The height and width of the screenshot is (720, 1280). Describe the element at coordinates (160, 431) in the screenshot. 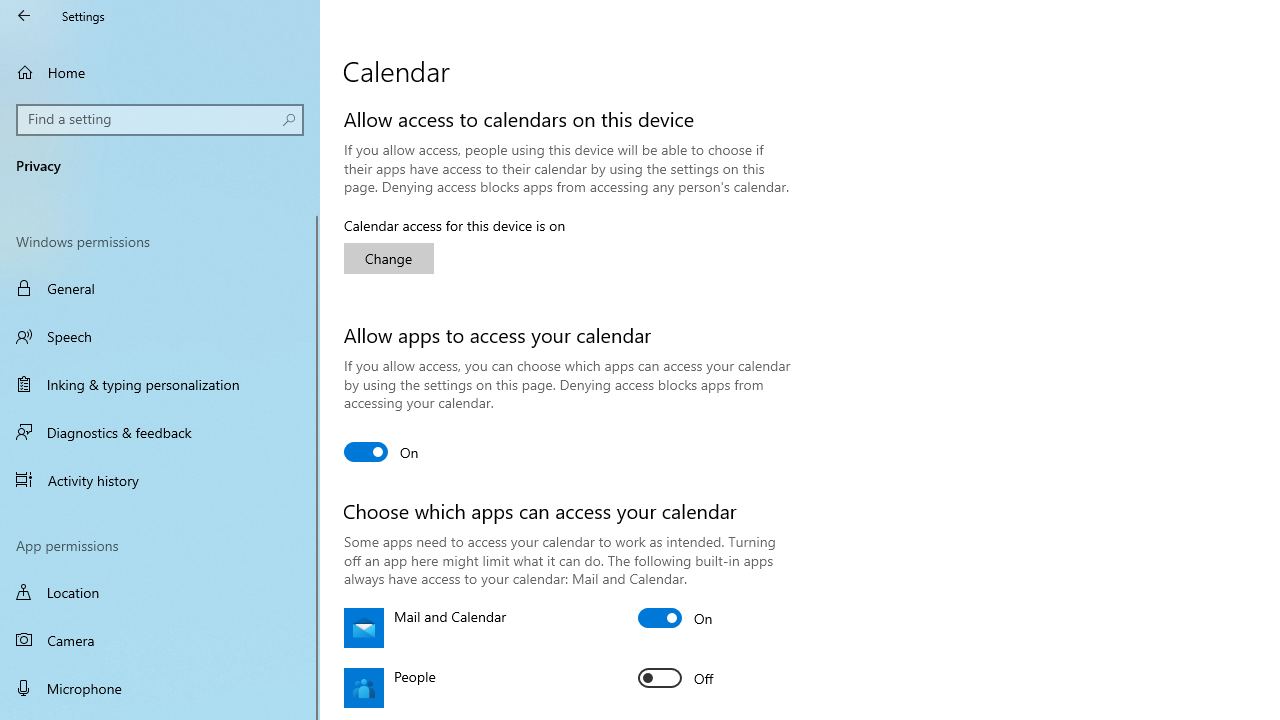

I see `'Diagnostics & feedback'` at that location.